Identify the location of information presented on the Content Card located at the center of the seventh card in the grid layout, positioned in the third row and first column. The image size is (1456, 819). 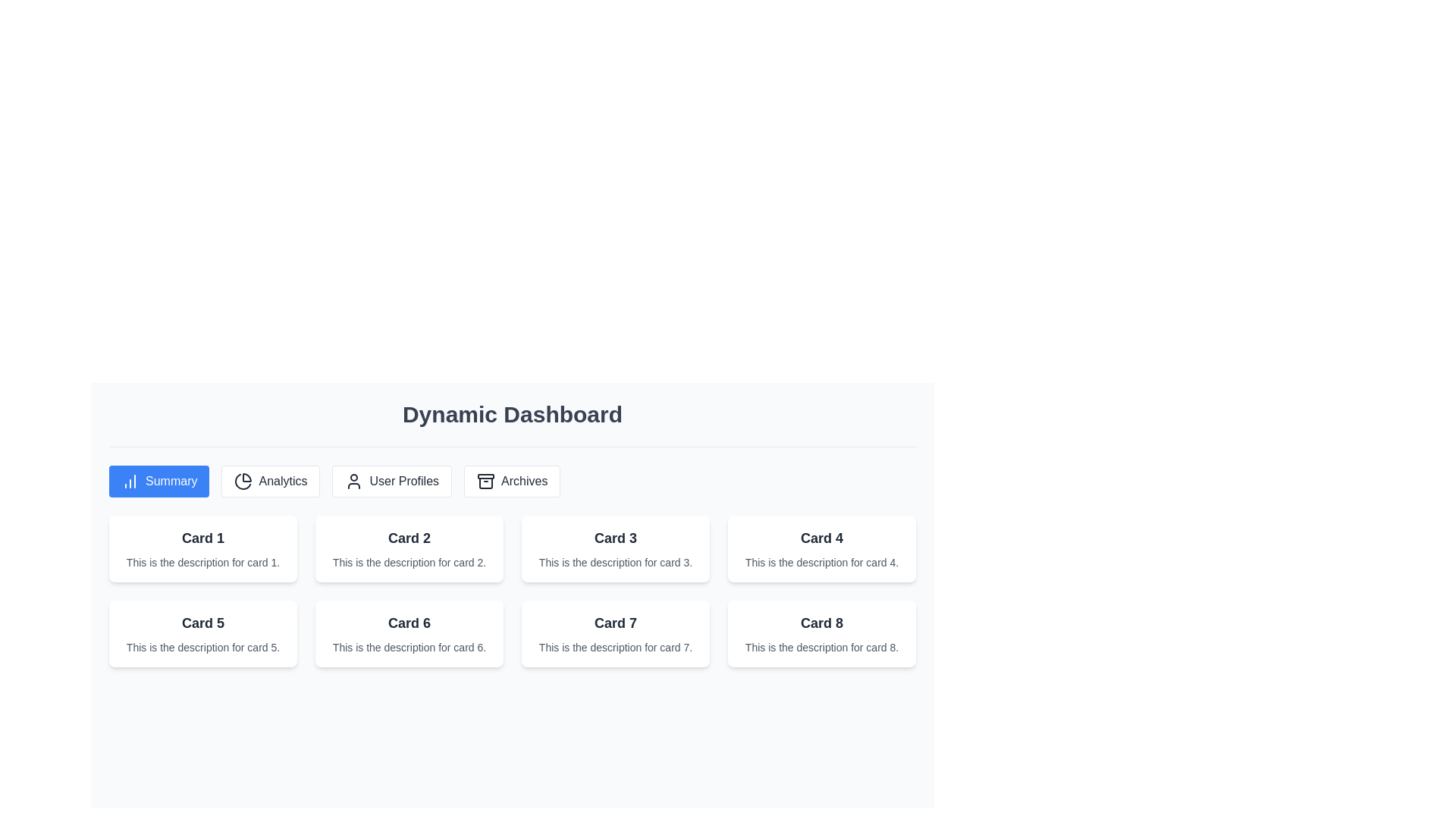
(615, 634).